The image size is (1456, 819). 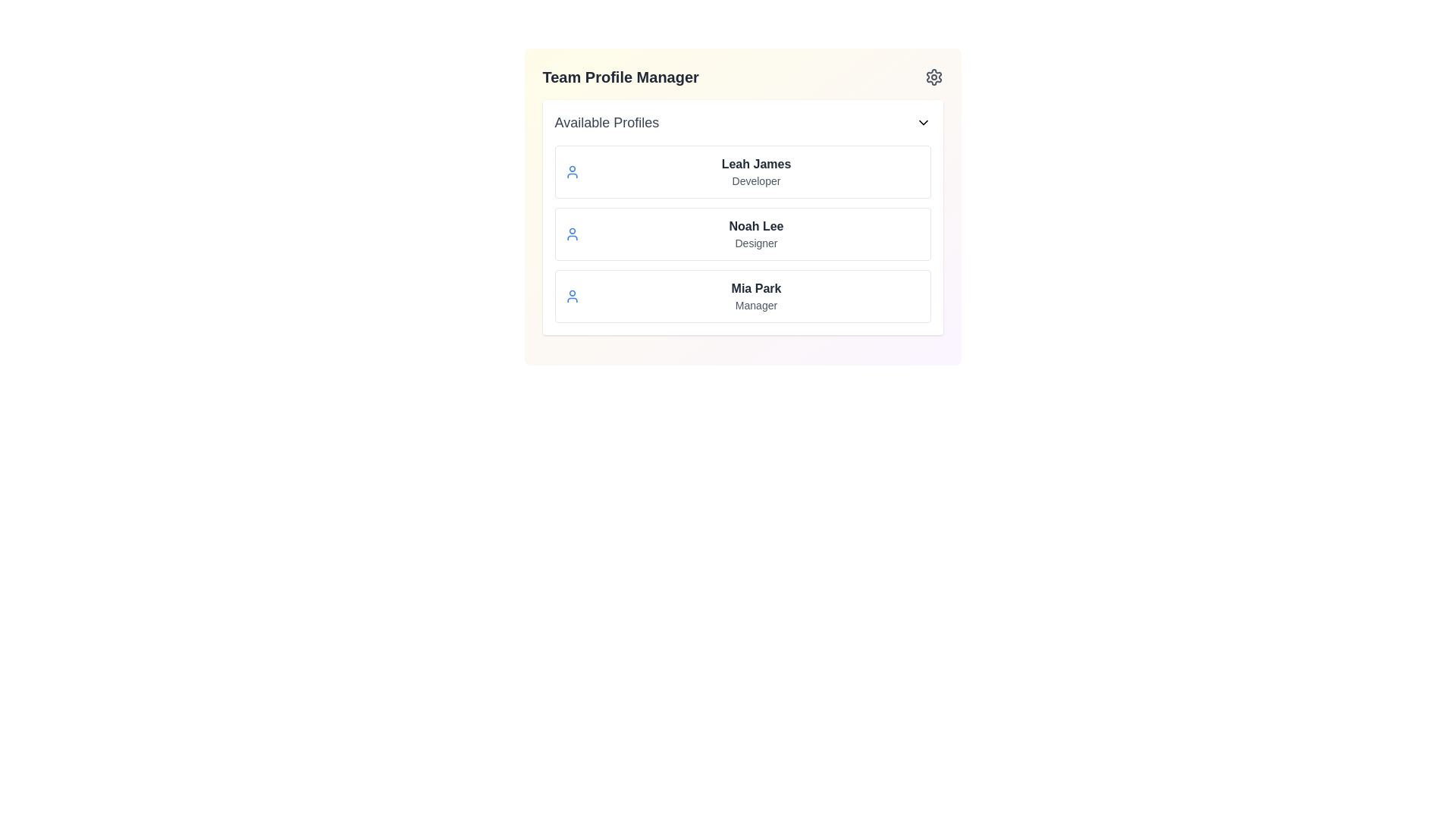 I want to click on the static text element indicating the role or title of 'Noah Lee', which is located directly below the primary text in the profile box, so click(x=756, y=242).